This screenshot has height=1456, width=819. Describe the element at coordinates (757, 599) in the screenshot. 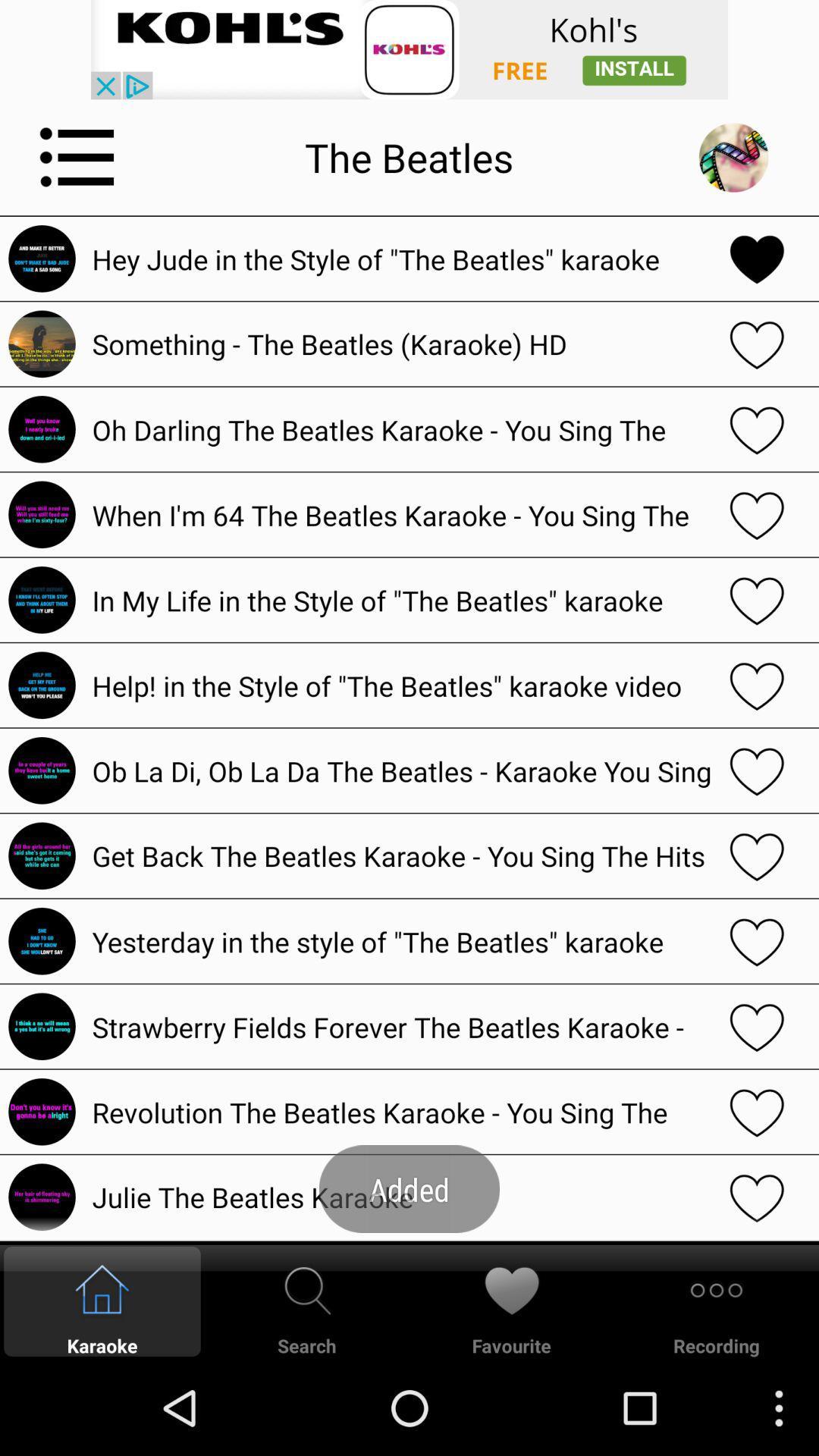

I see `this song to favourite` at that location.